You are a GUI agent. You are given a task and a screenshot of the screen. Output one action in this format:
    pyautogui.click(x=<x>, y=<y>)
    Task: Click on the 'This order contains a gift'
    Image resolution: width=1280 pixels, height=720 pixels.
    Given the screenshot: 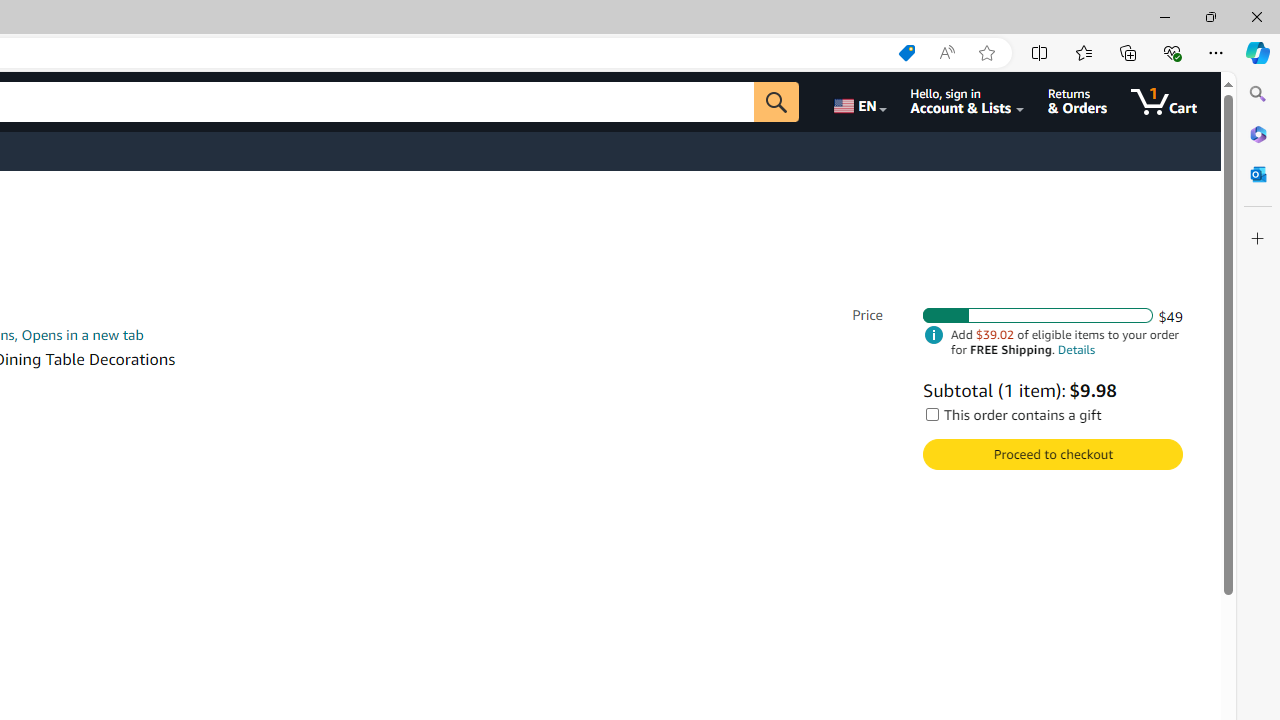 What is the action you would take?
    pyautogui.click(x=931, y=413)
    